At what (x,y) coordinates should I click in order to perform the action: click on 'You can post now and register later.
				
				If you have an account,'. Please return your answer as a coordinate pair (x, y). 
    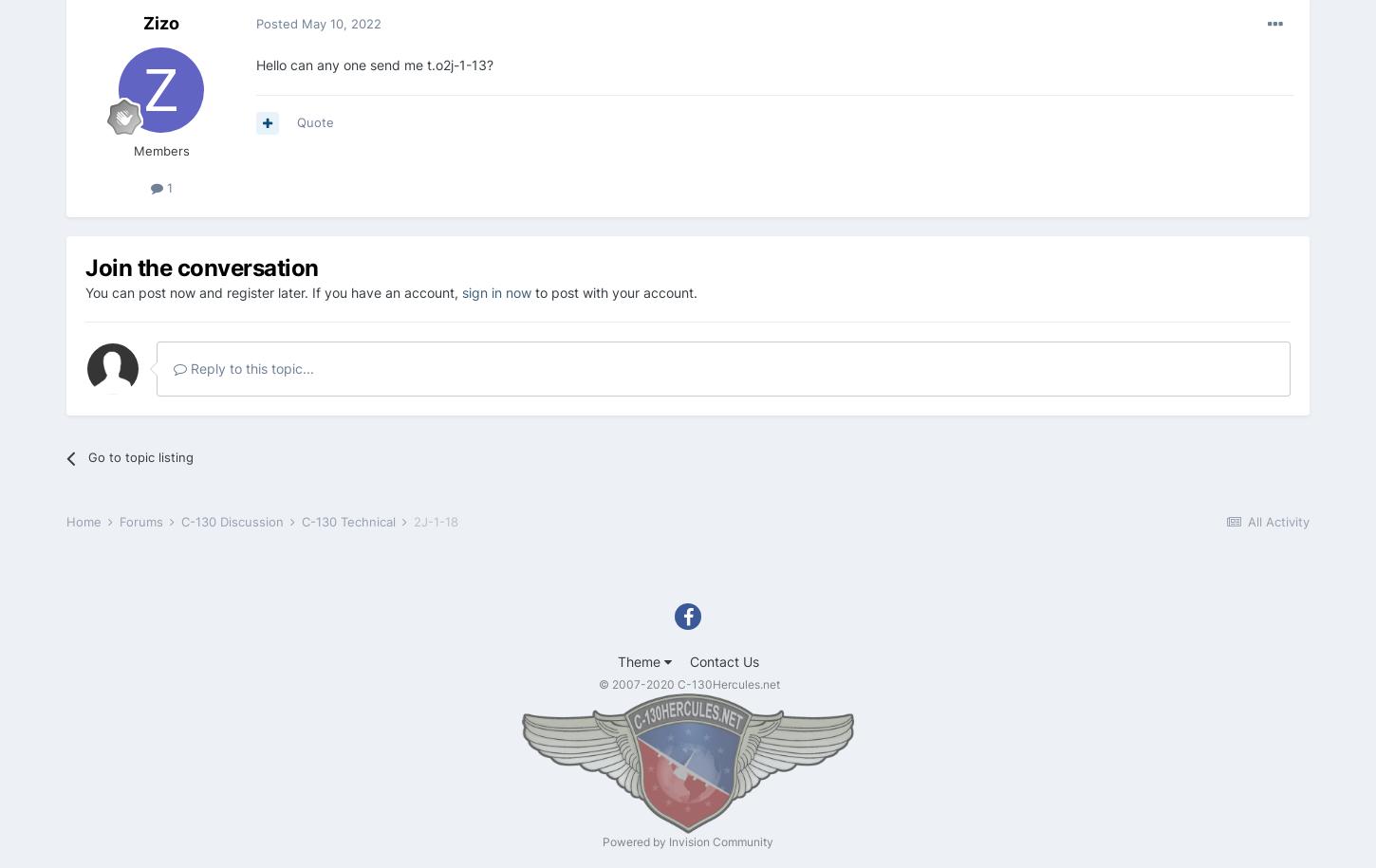
    Looking at the image, I should click on (273, 291).